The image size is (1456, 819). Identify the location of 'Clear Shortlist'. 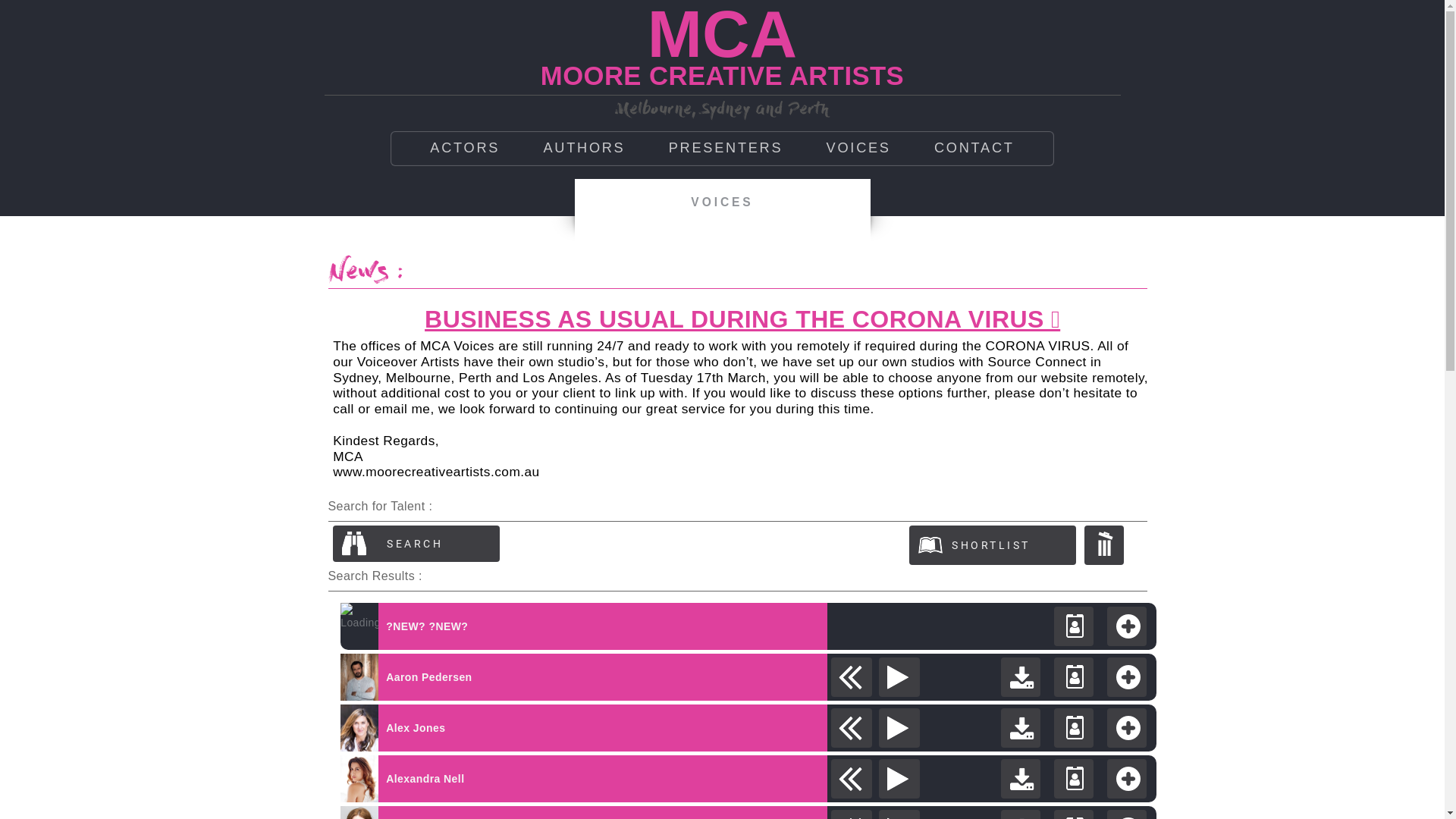
(1084, 544).